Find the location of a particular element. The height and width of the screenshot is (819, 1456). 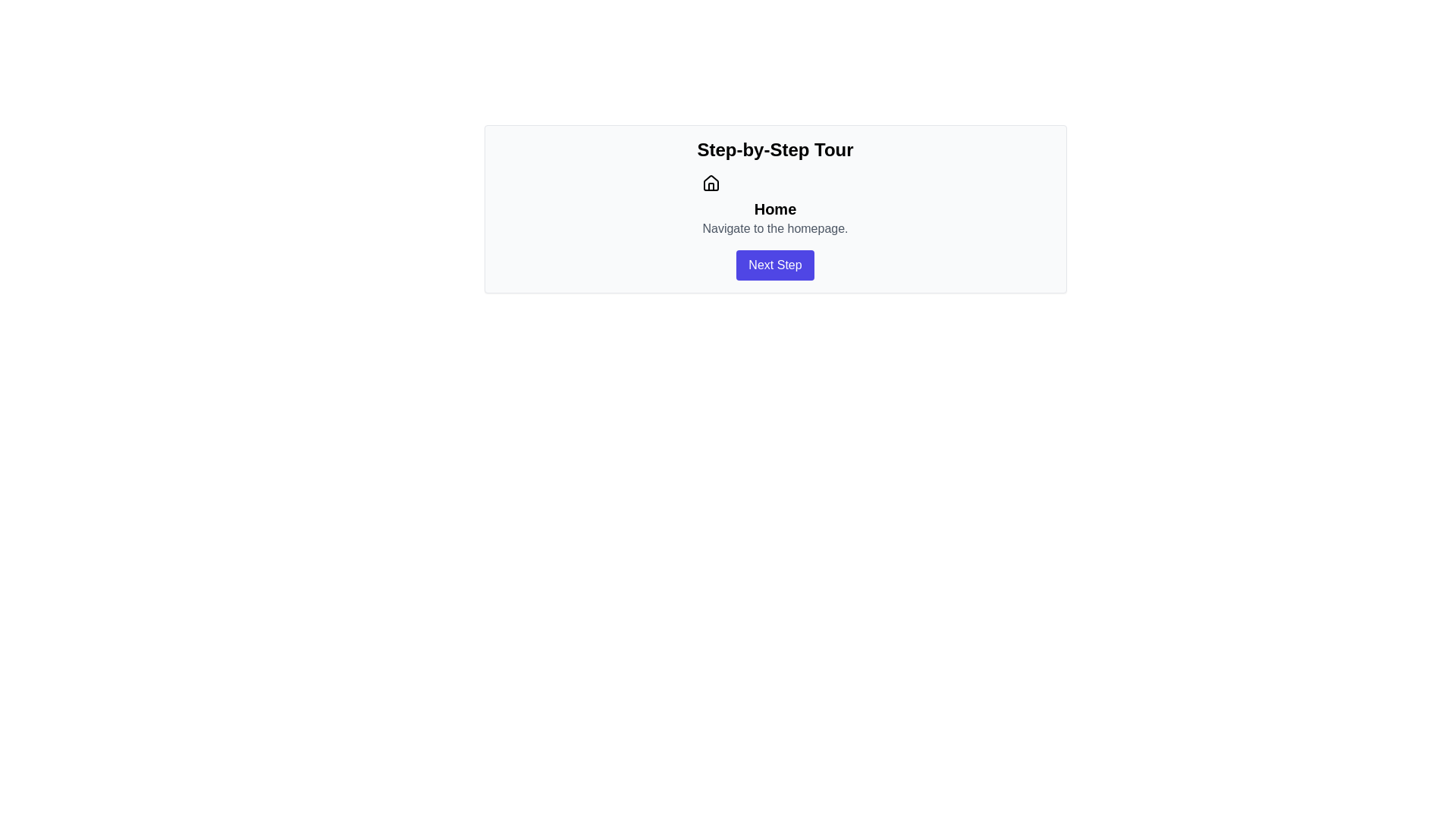

the 'Home' label element, which serves as a navigation option to direct users to the homepage is located at coordinates (775, 206).